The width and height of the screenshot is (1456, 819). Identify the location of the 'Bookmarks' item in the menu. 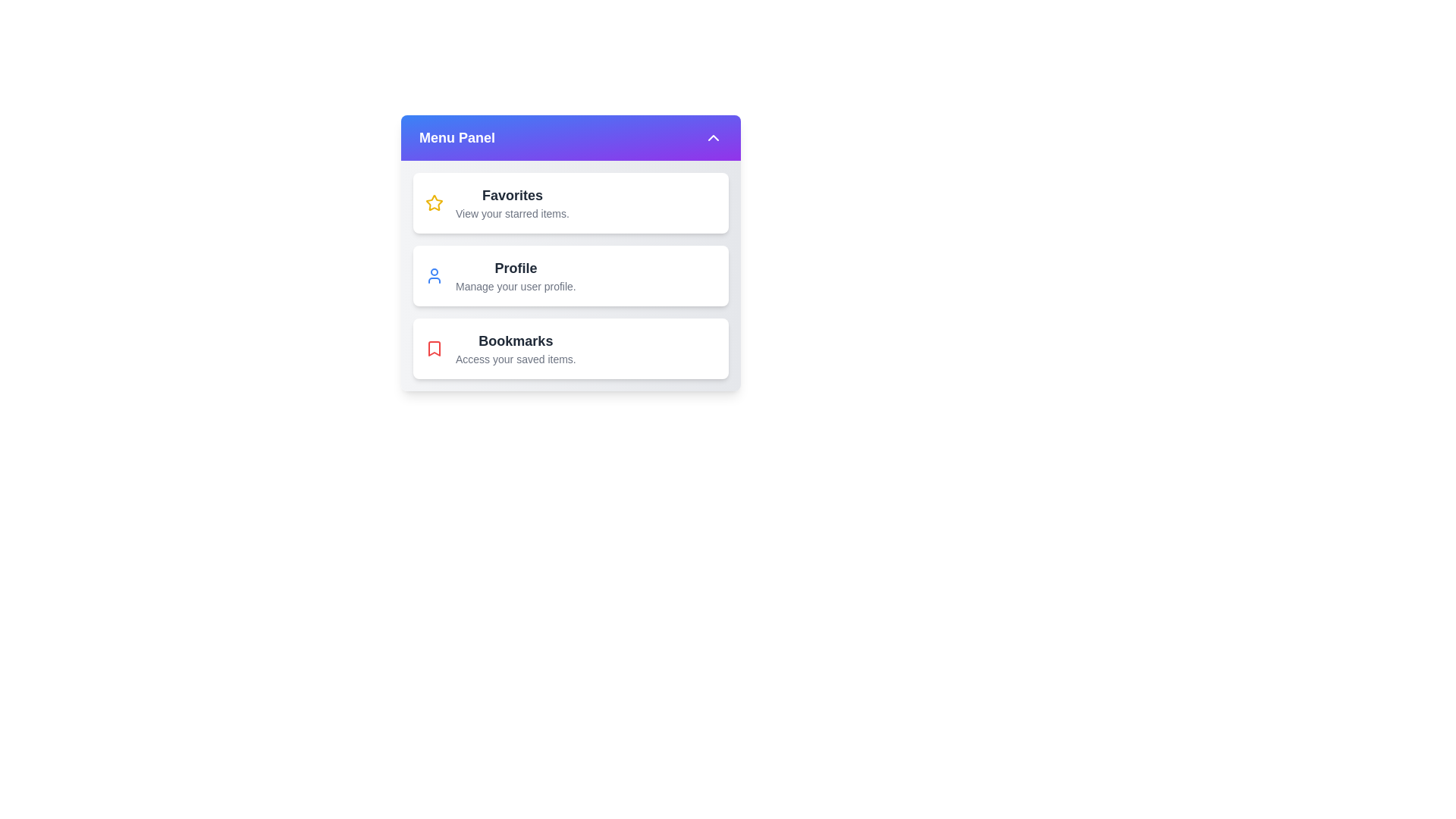
(570, 348).